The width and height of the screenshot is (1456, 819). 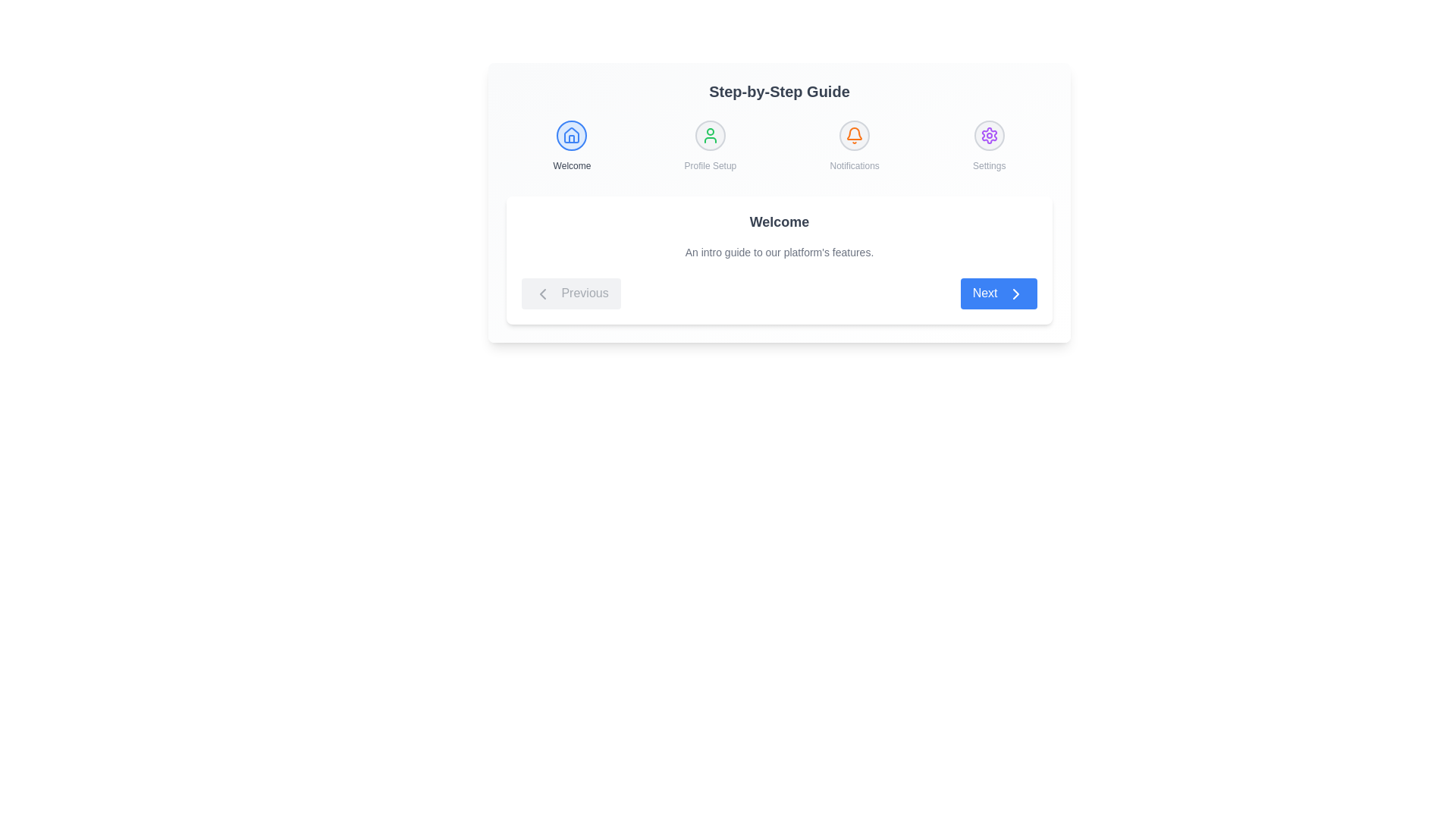 I want to click on the 'Notifications' icon, so click(x=855, y=146).